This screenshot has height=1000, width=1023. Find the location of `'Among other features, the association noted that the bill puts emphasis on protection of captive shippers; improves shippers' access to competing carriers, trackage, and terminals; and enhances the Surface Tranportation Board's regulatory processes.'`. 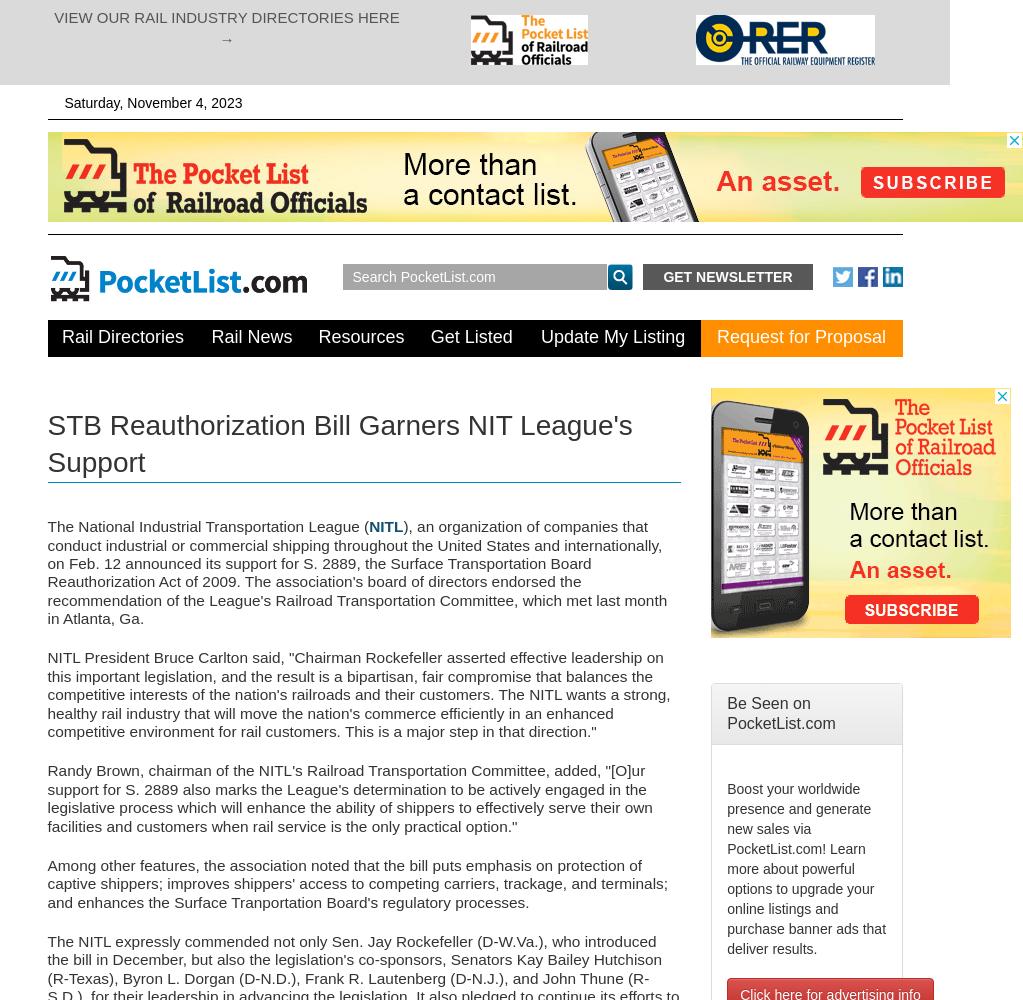

'Among other features, the association noted that the bill puts emphasis on protection of captive shippers; improves shippers' access to competing carriers, trackage, and terminals; and enhances the Surface Tranportation Board's regulatory processes.' is located at coordinates (356, 883).